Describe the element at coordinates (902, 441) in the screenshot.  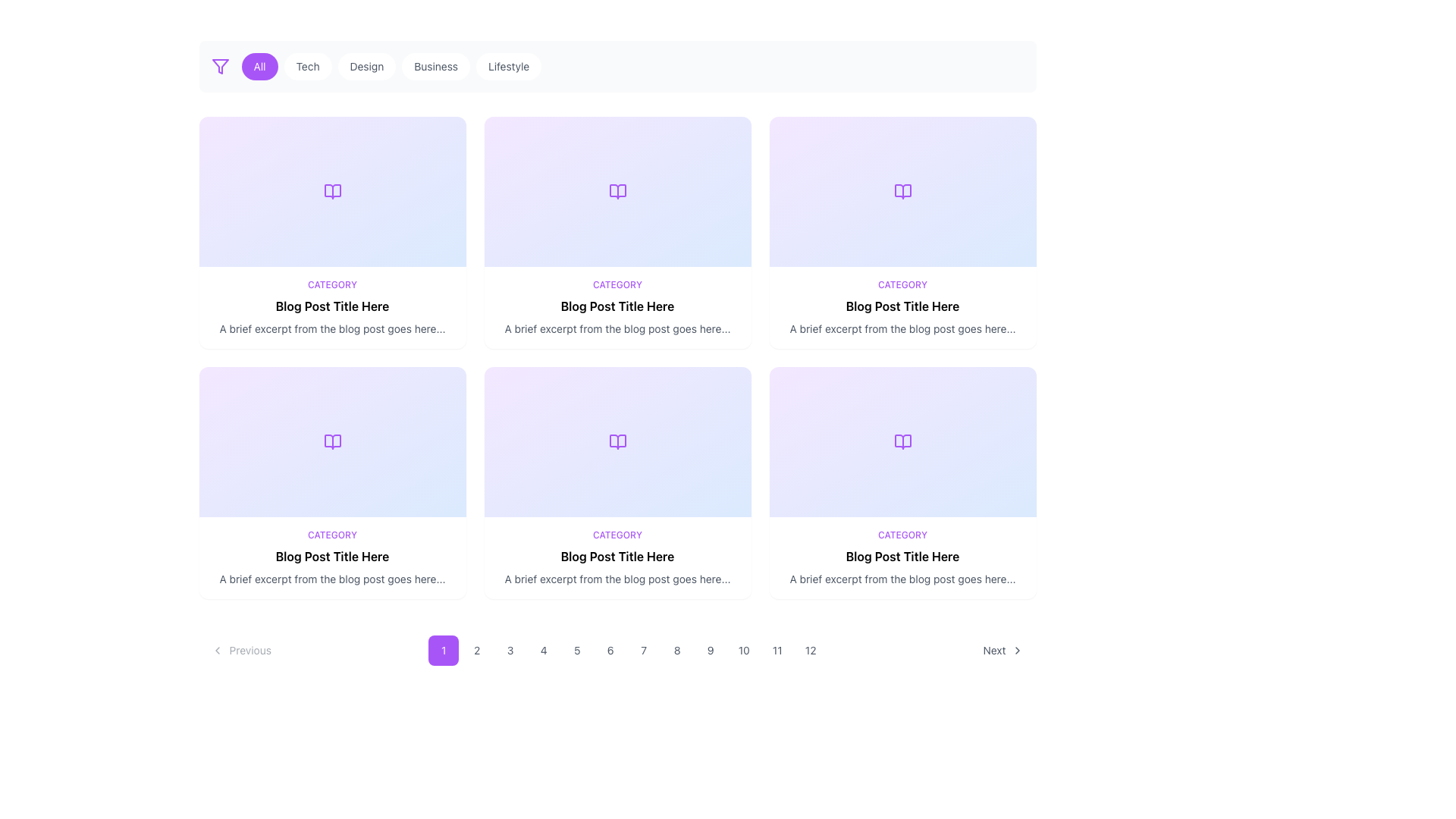
I see `the decorative icon representing a blog article located in the sixth card of a grid layout, specifically positioned on the second row and third column` at that location.